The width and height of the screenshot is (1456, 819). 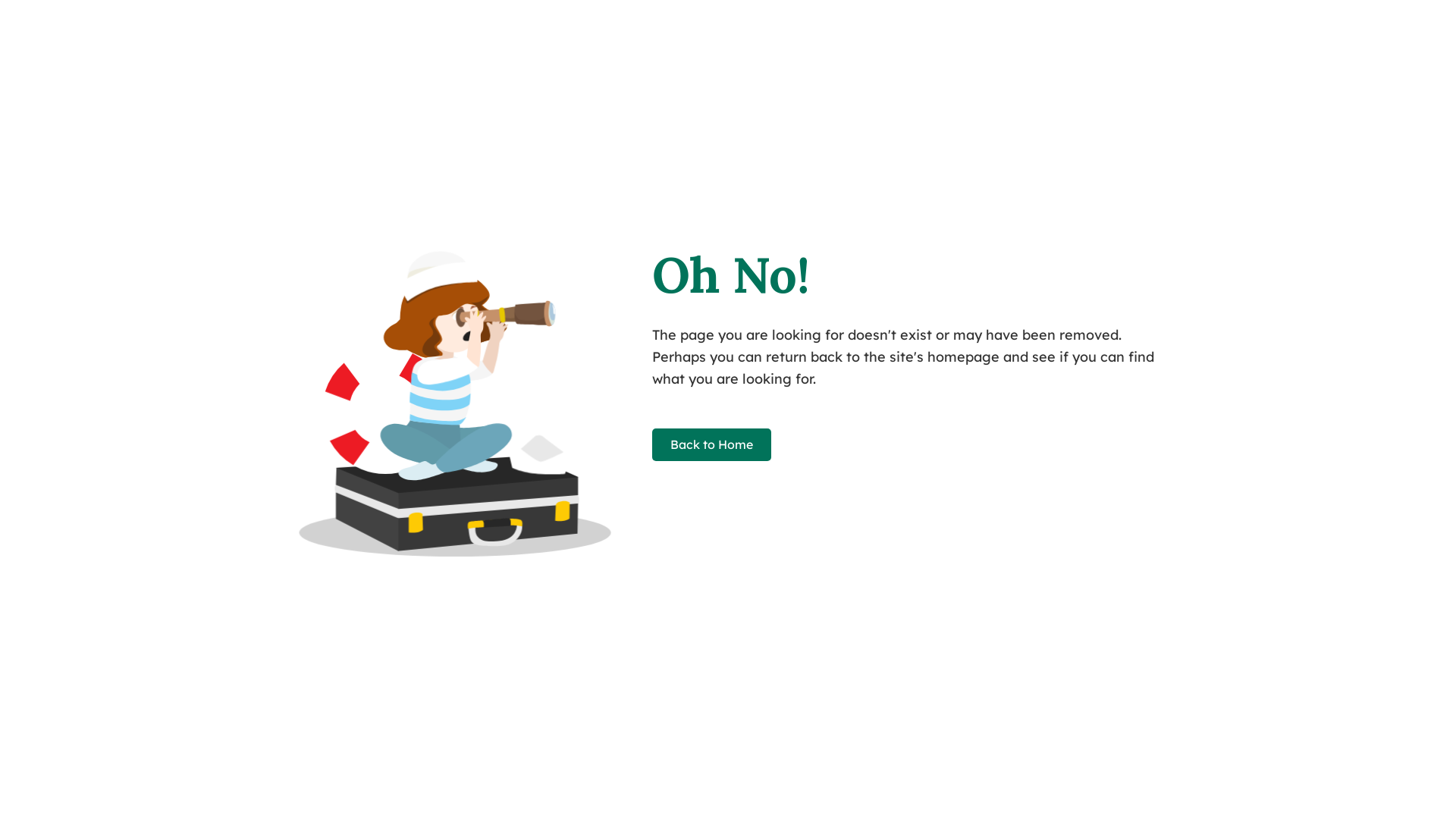 I want to click on 'Back to Home', so click(x=711, y=444).